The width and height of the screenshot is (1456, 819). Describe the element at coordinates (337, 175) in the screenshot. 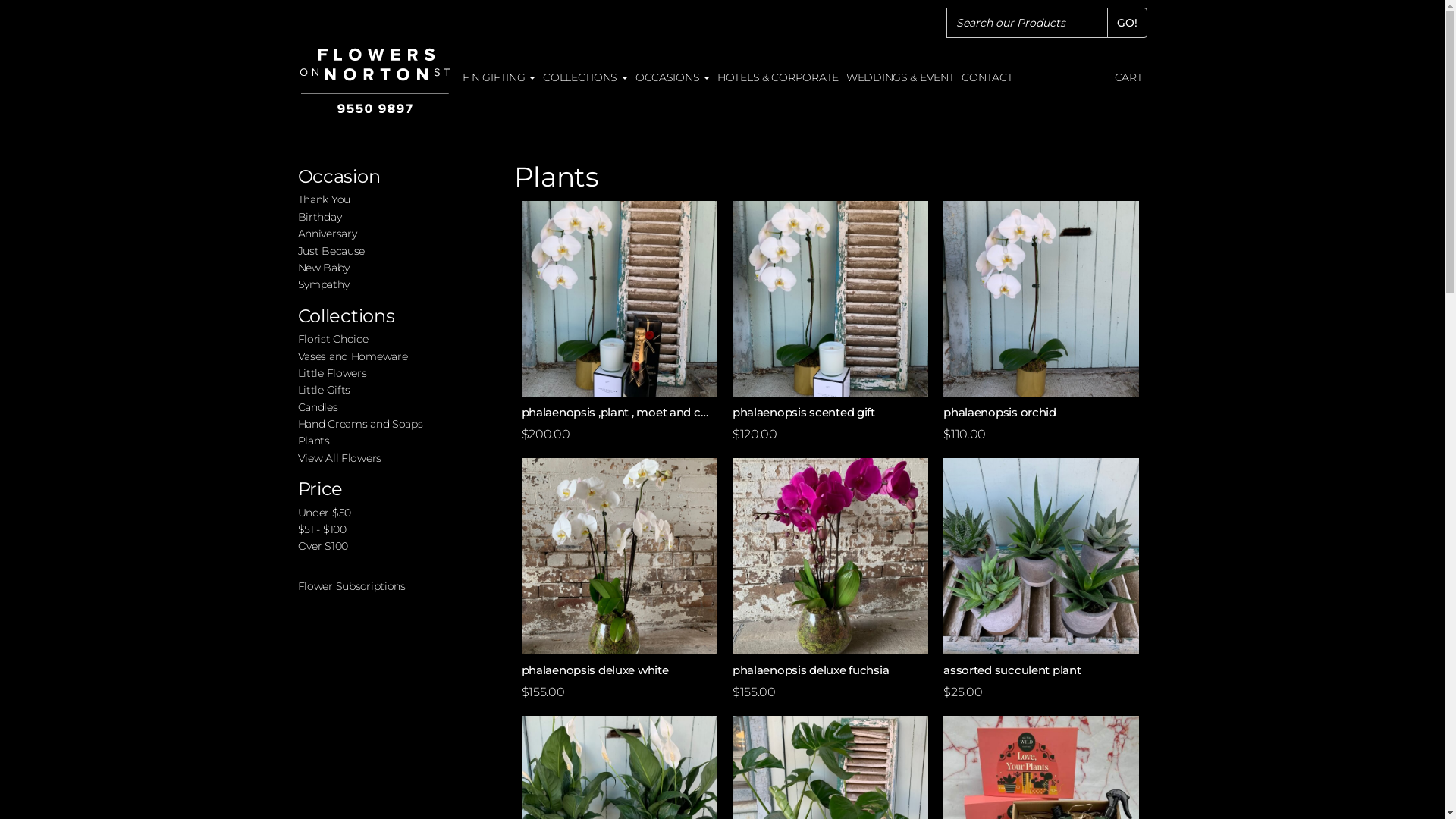

I see `'Occasion'` at that location.